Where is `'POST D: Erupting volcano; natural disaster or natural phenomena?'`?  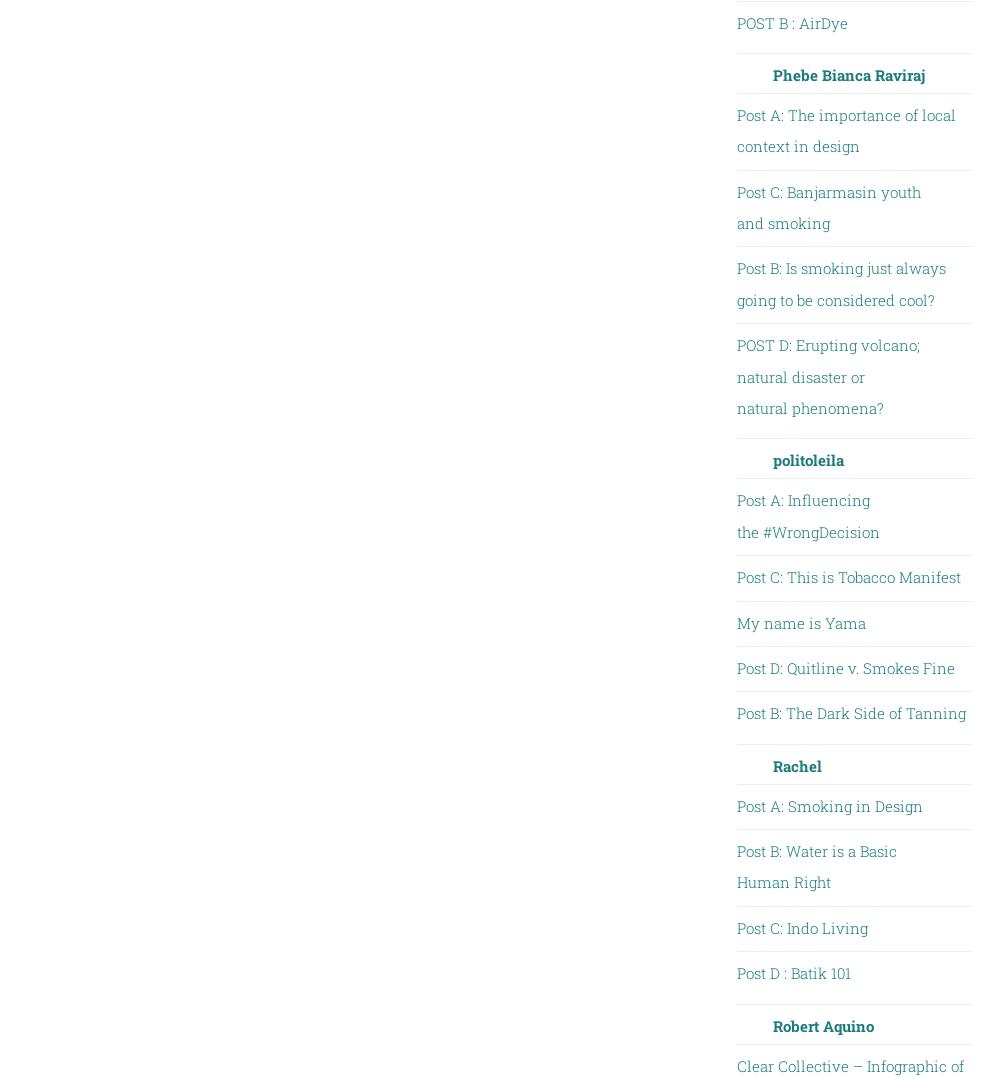
'POST D: Erupting volcano; natural disaster or natural phenomena?' is located at coordinates (826, 376).